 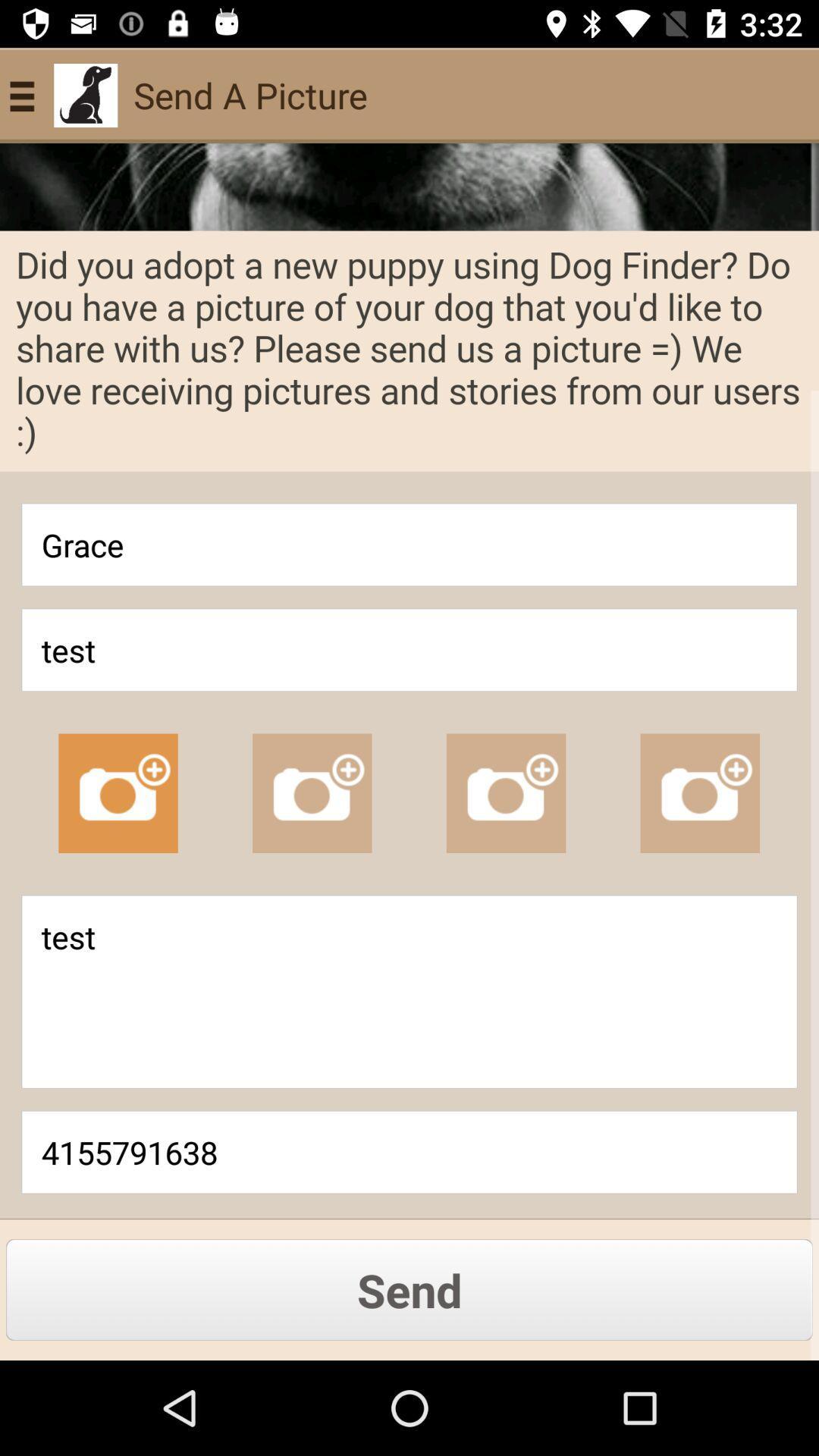 I want to click on the button above test, so click(x=409, y=544).